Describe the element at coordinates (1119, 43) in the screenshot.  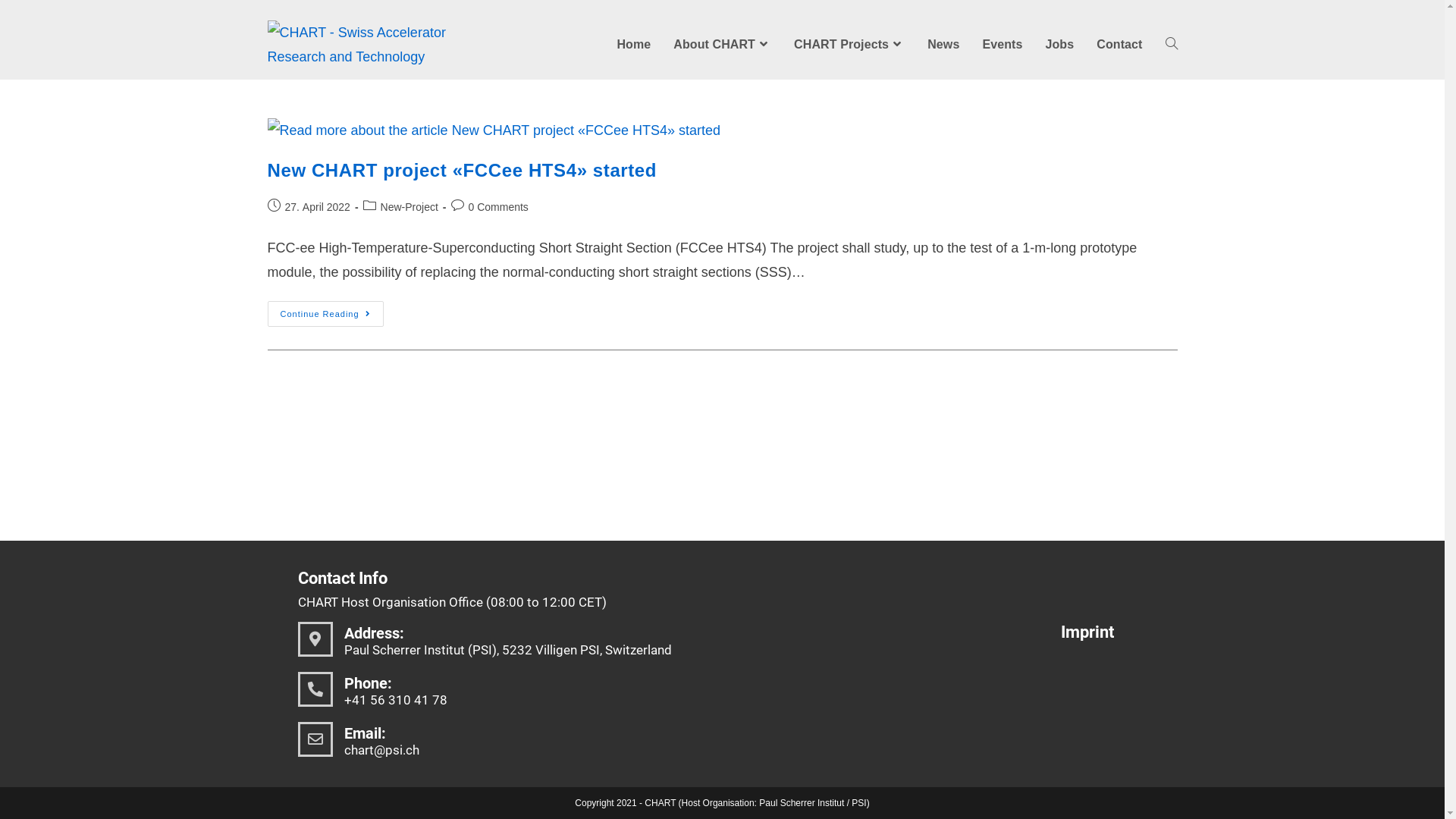
I see `'Contact'` at that location.